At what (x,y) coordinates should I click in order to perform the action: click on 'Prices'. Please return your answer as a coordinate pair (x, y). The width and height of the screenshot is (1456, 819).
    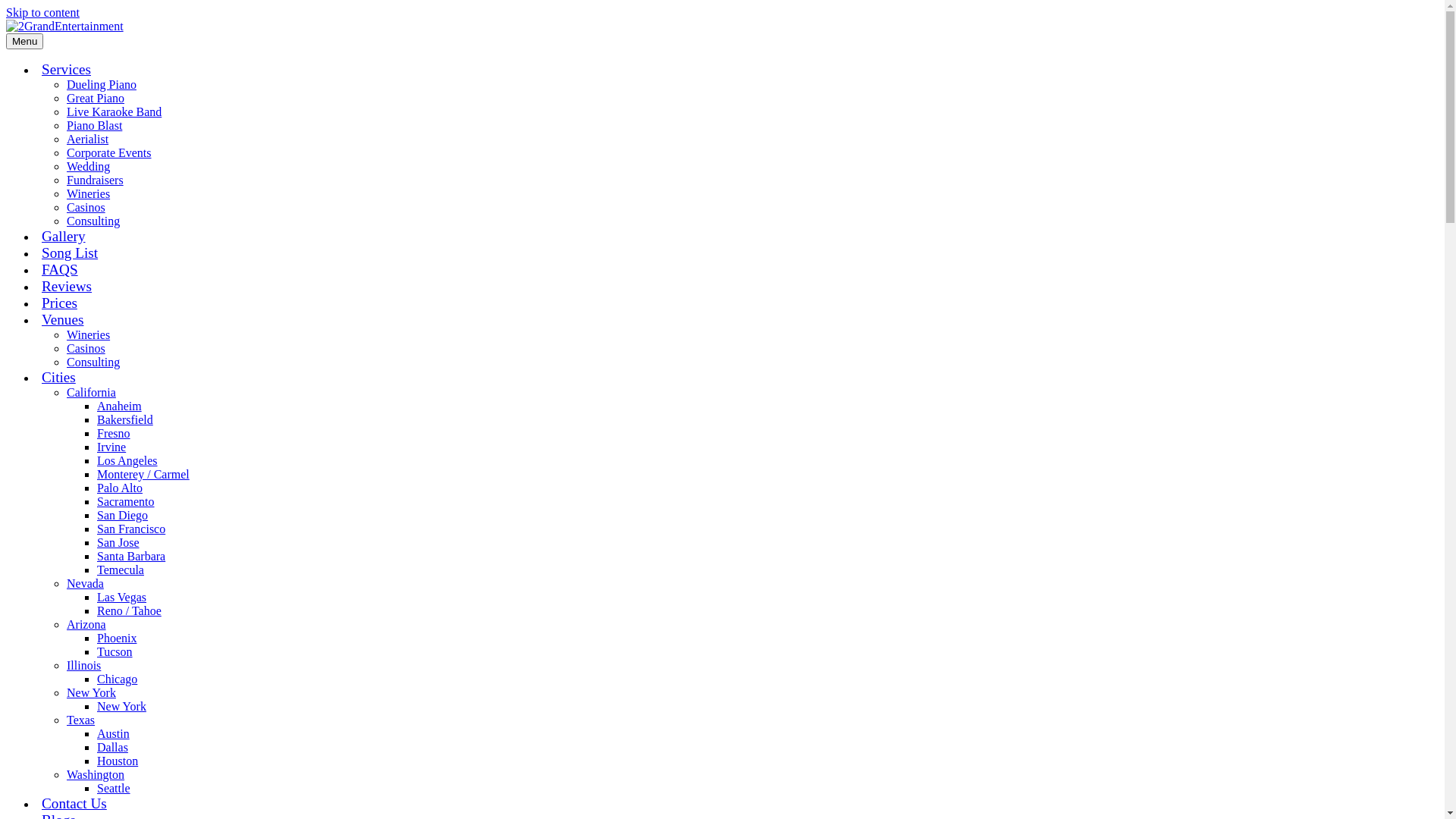
    Looking at the image, I should click on (59, 303).